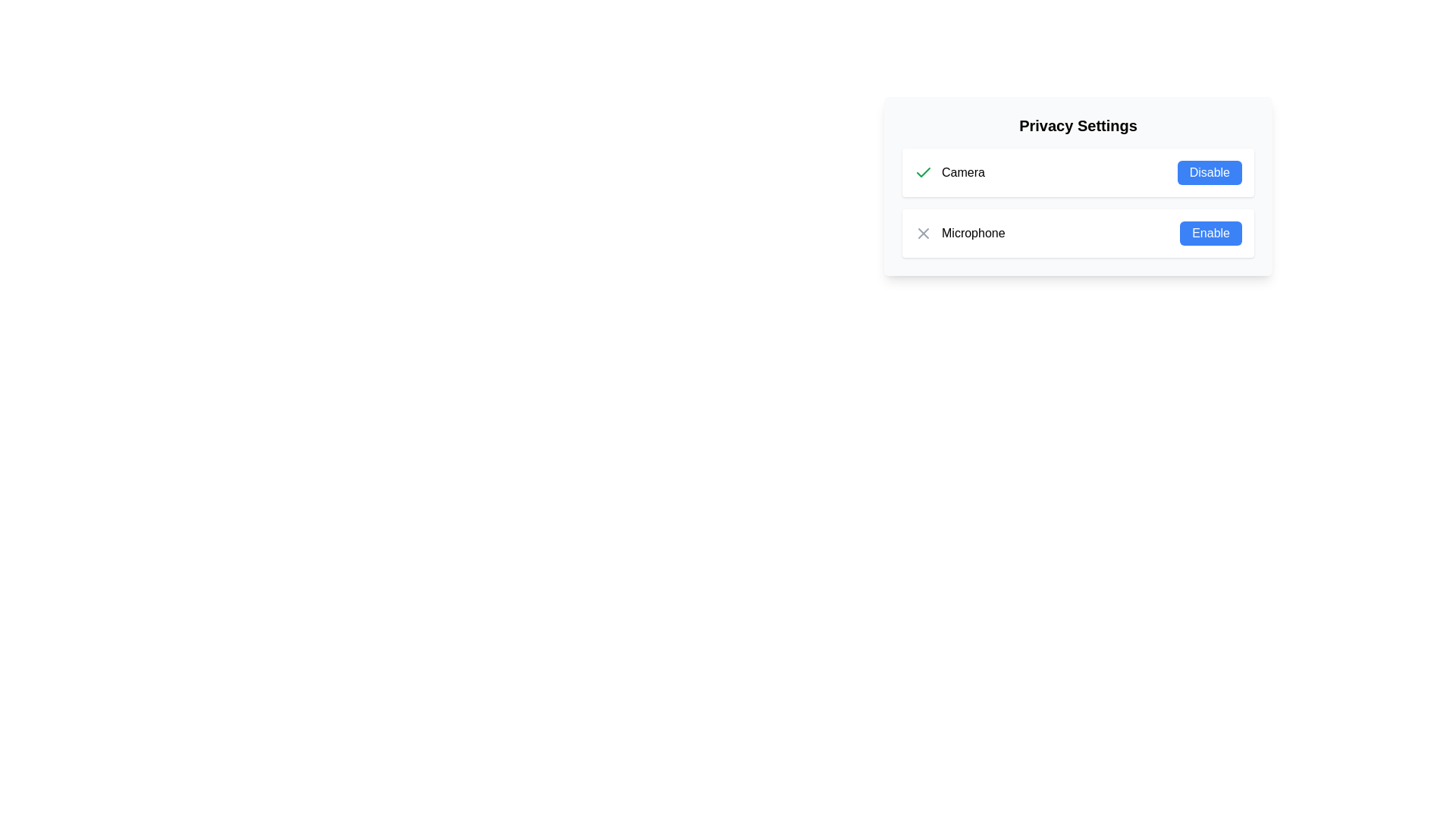  What do you see at coordinates (959, 234) in the screenshot?
I see `the microphone label and icon element, which is the second item in the privacy settings list, below the 'Camera' item and left of the 'Enable' button` at bounding box center [959, 234].